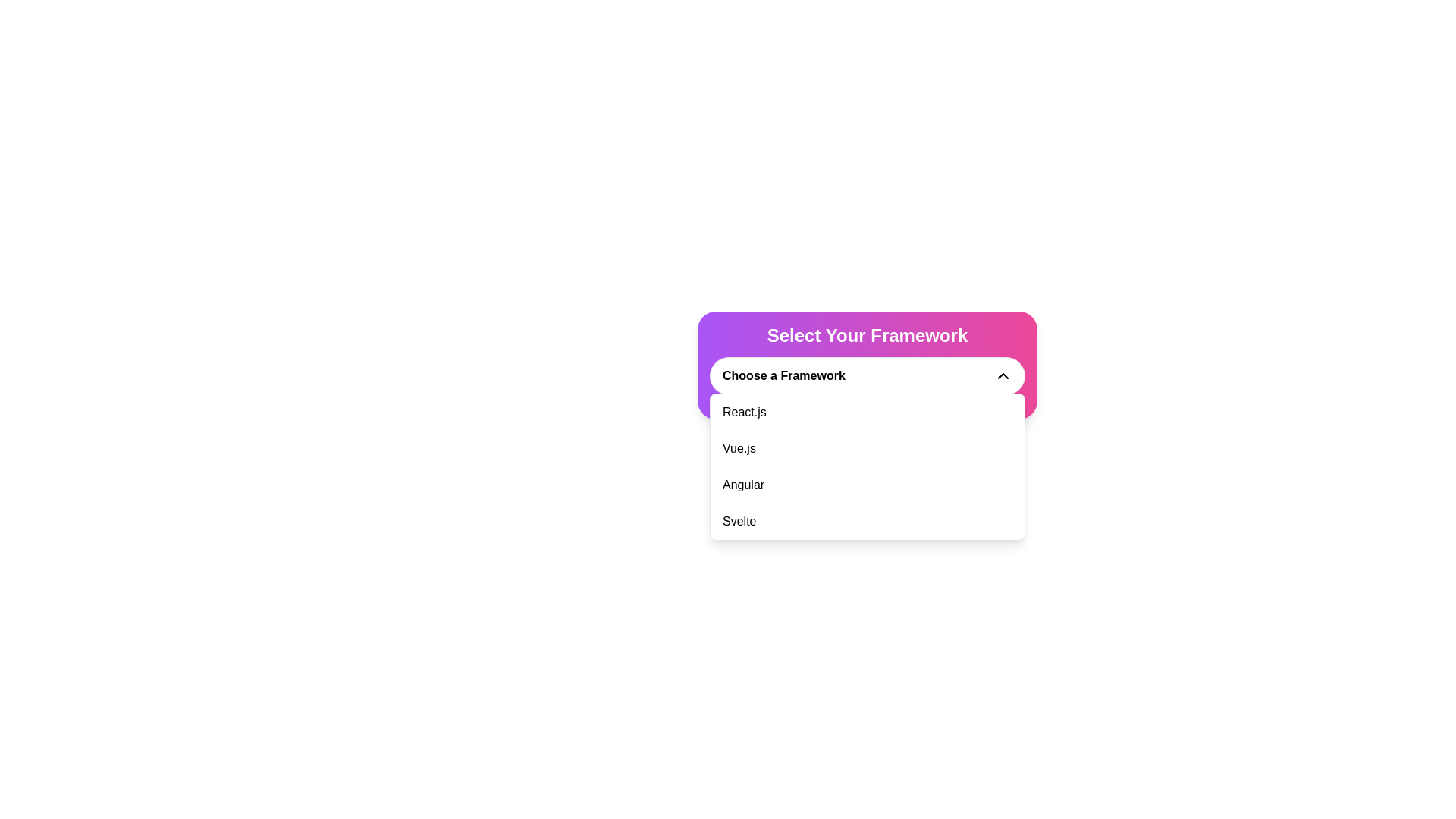  I want to click on the second item in the dropdown list labeled 'Vue.js', so click(867, 447).